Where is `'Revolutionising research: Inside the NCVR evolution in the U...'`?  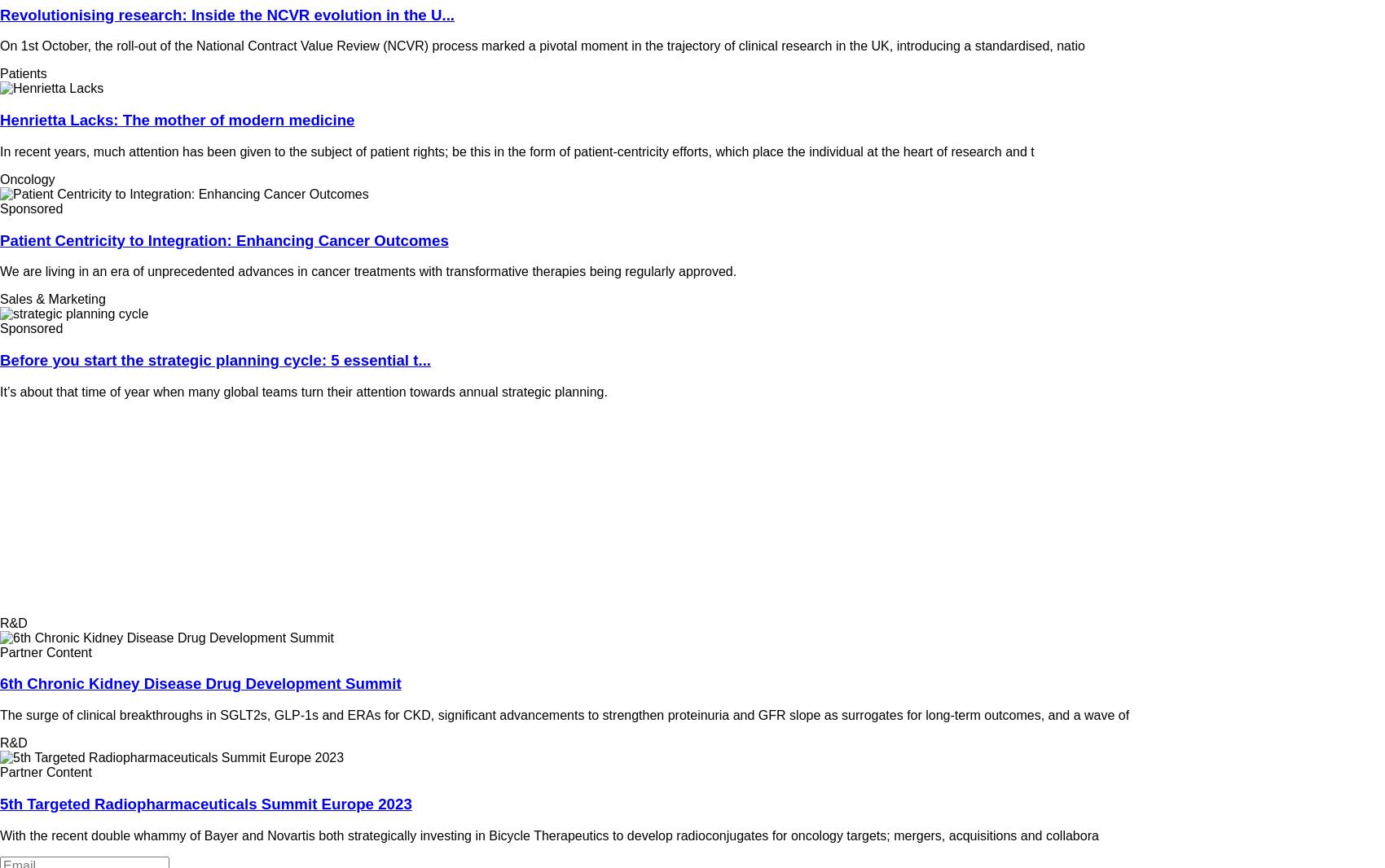 'Revolutionising research: Inside the NCVR evolution in the U...' is located at coordinates (226, 13).